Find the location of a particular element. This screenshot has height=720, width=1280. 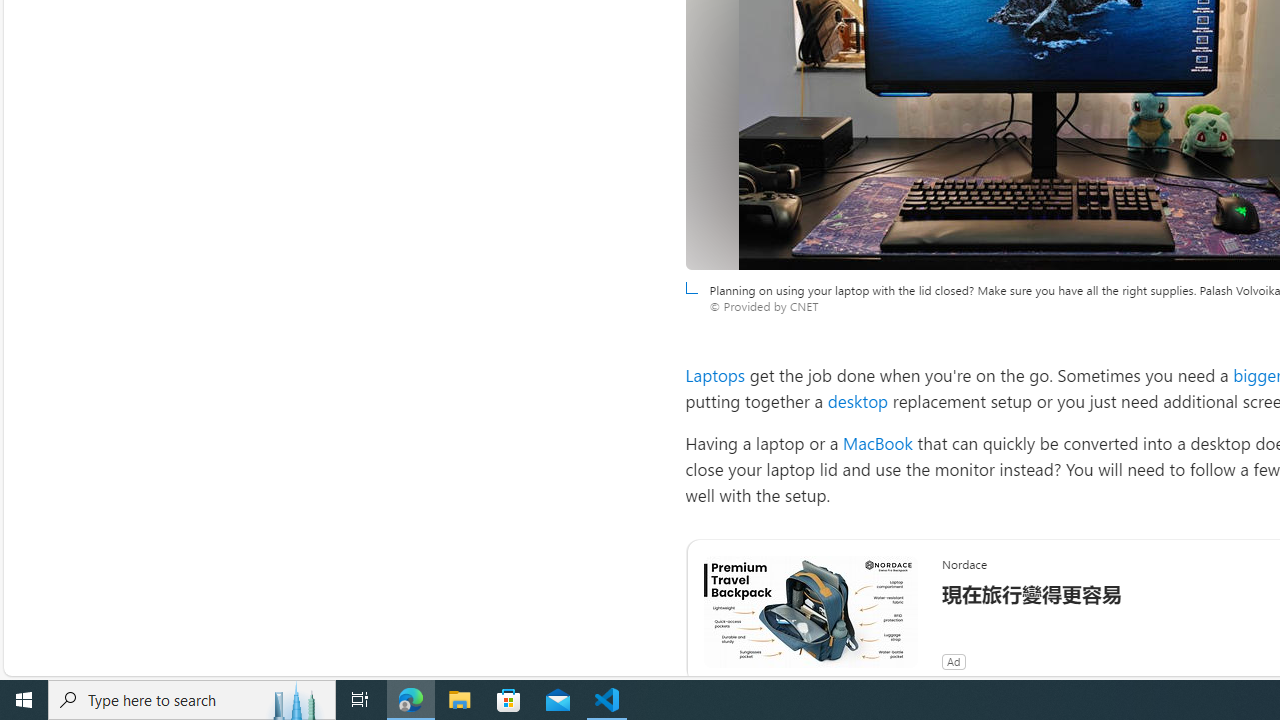

'MacBook' is located at coordinates (878, 442).